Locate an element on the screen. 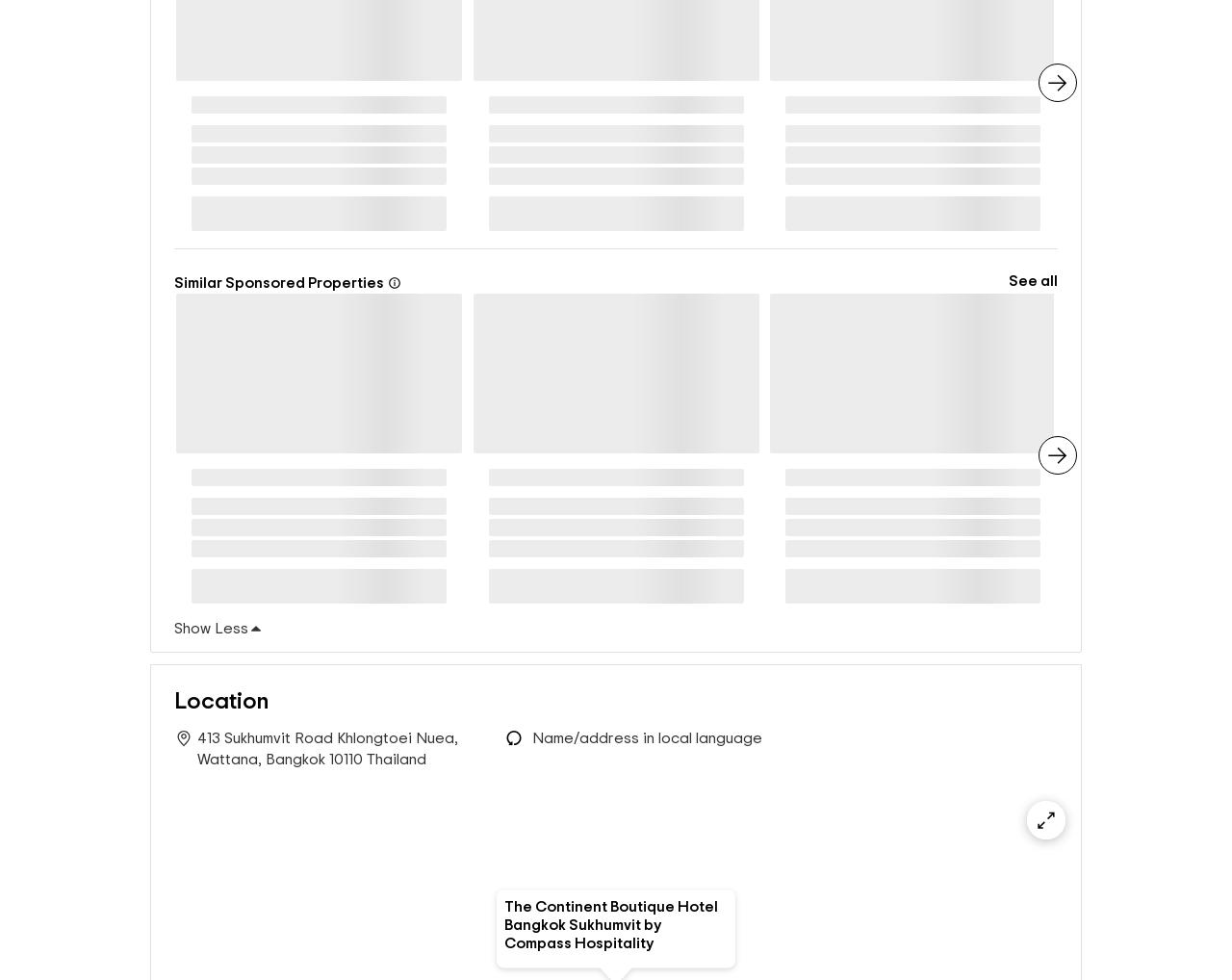  '1,126' is located at coordinates (592, 107).